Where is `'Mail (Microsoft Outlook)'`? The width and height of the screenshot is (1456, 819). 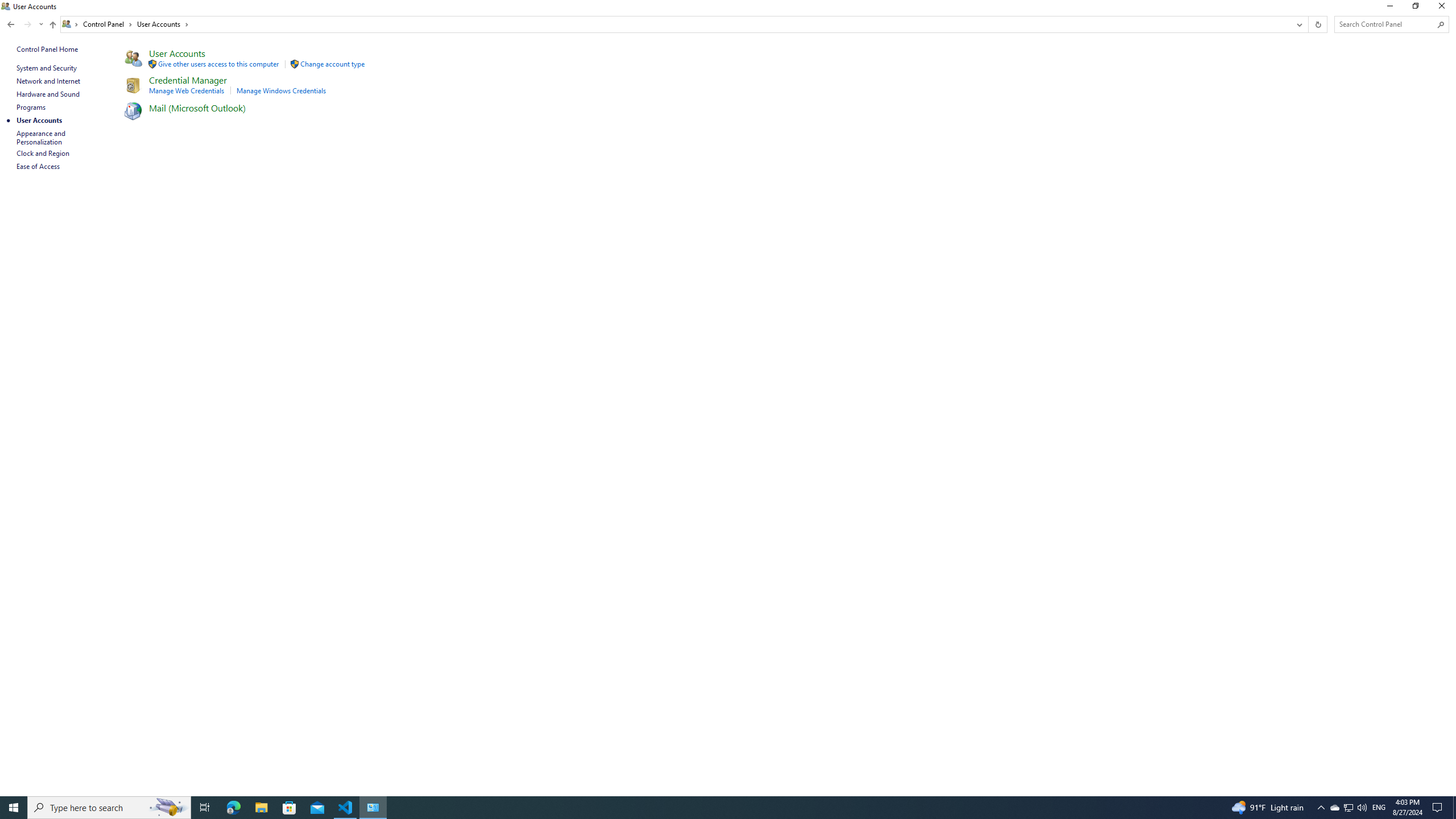
'Mail (Microsoft Outlook)' is located at coordinates (197, 107).